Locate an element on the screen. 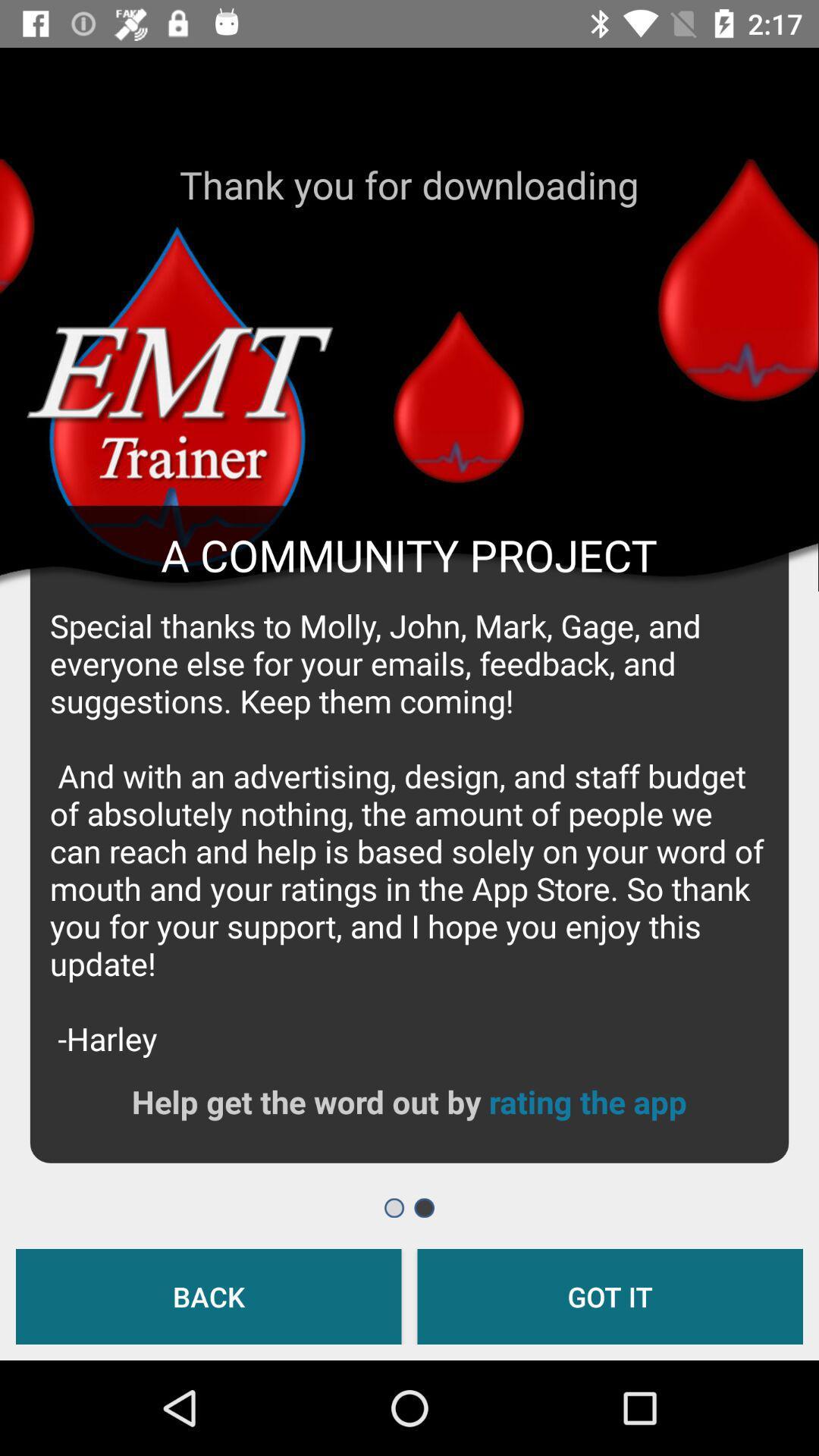 The width and height of the screenshot is (819, 1456). item to the right of help get the item is located at coordinates (587, 1101).